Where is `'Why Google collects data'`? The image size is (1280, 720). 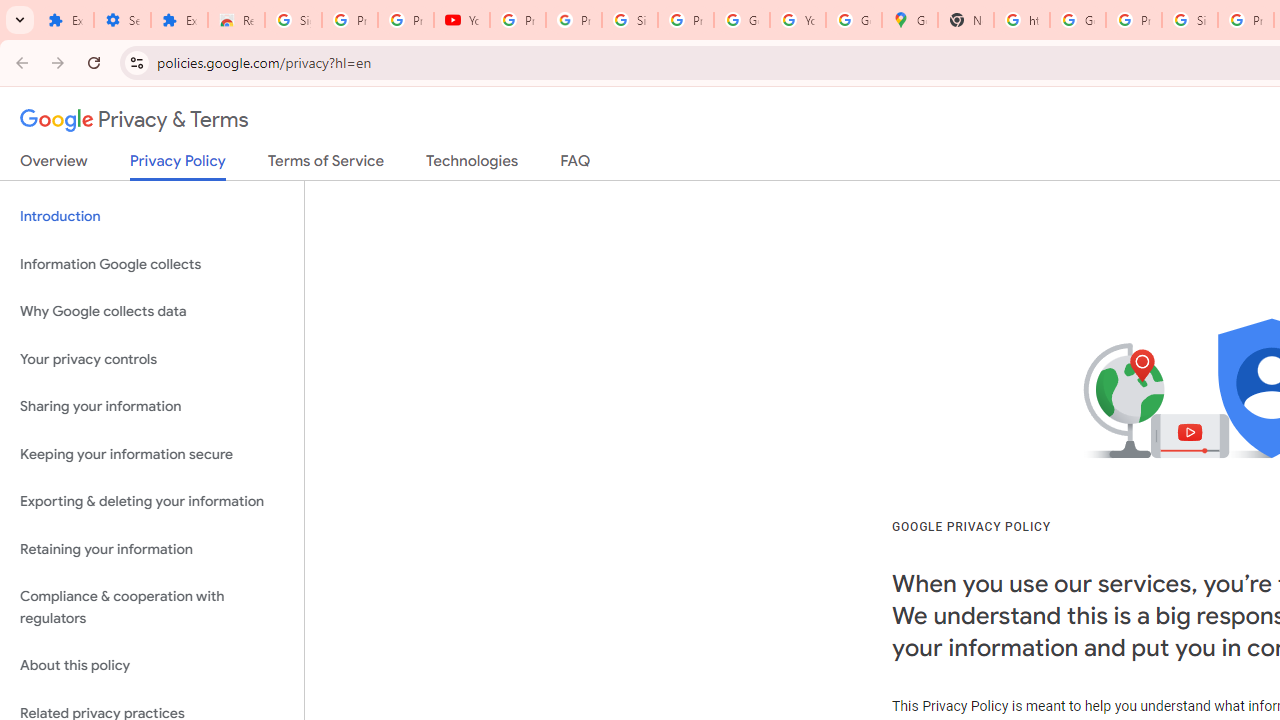 'Why Google collects data' is located at coordinates (151, 312).